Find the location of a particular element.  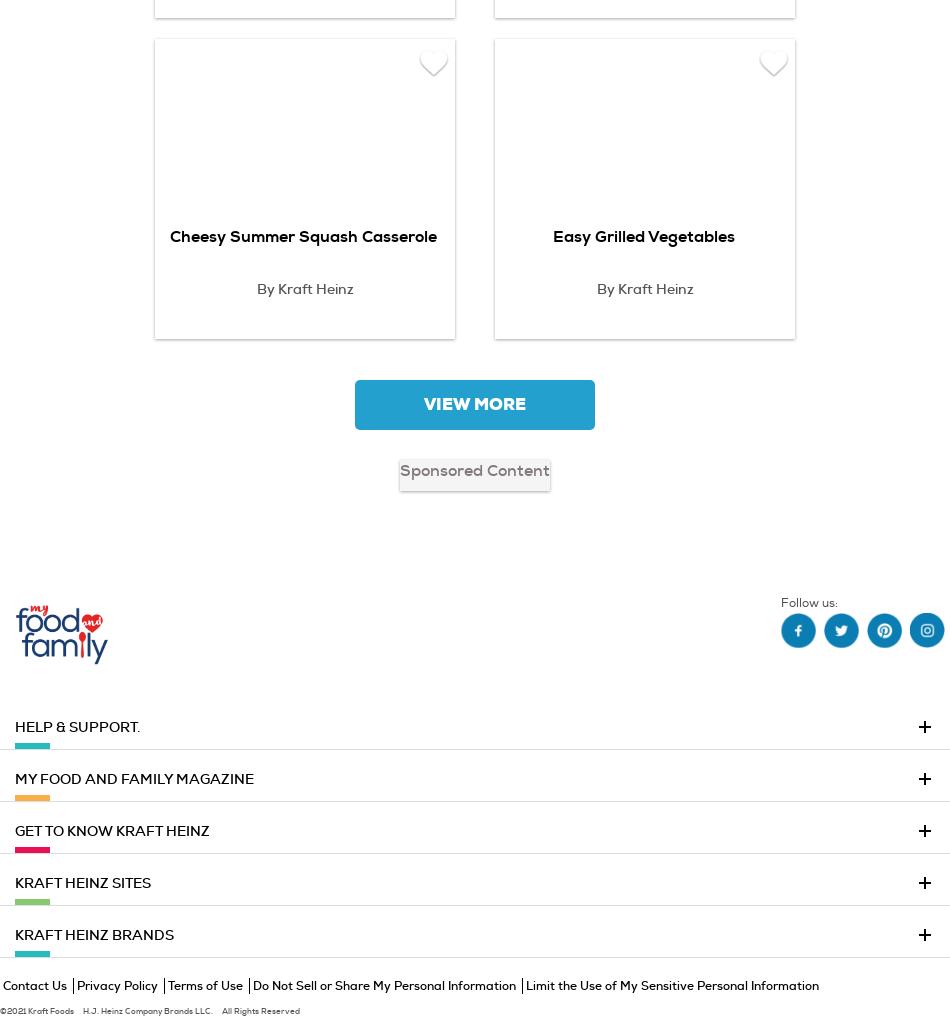

'KRAFT HEINZ BRANDS' is located at coordinates (15, 933).